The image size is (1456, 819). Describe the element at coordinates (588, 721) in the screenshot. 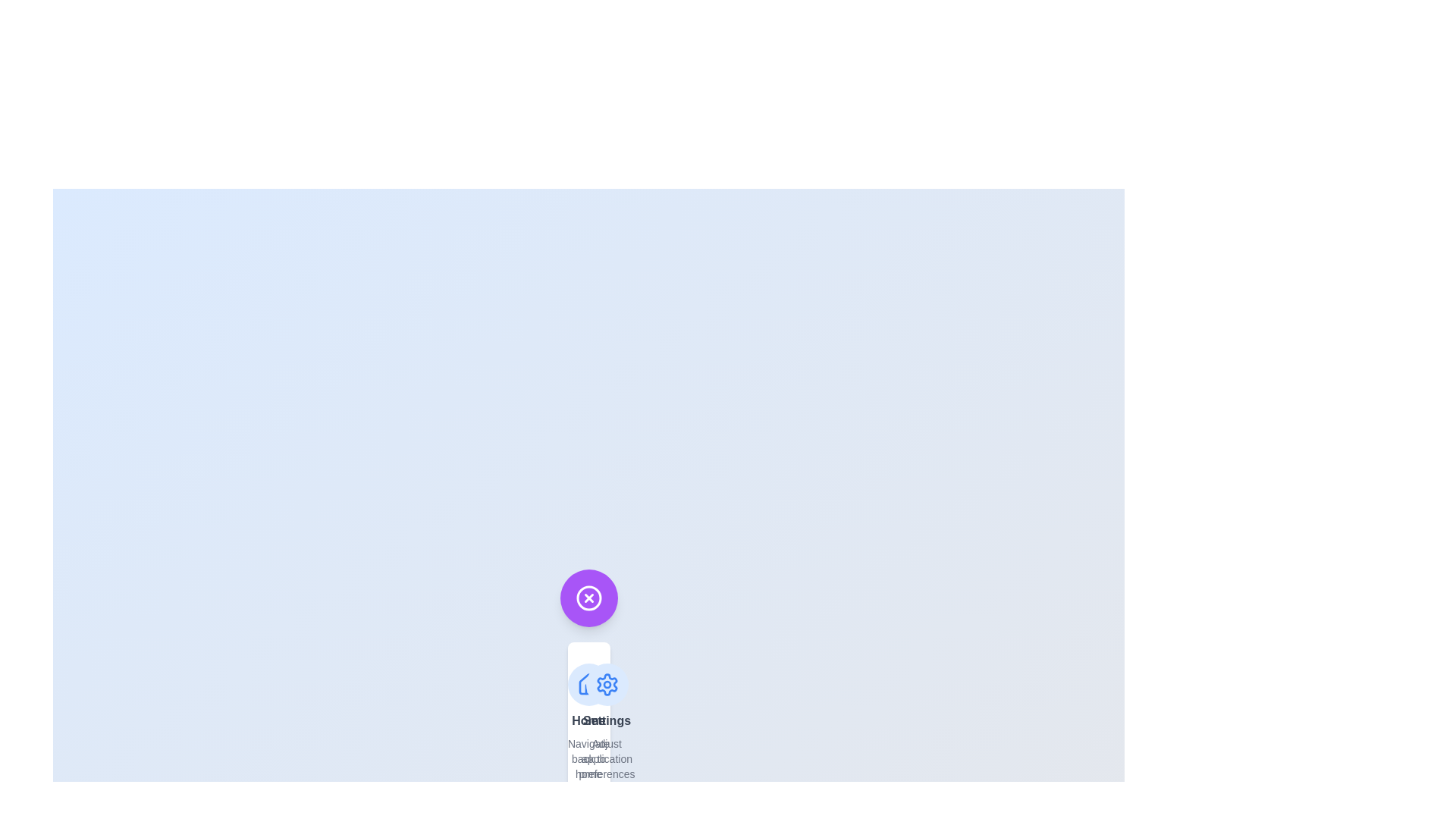

I see `the menu option labeled Home` at that location.